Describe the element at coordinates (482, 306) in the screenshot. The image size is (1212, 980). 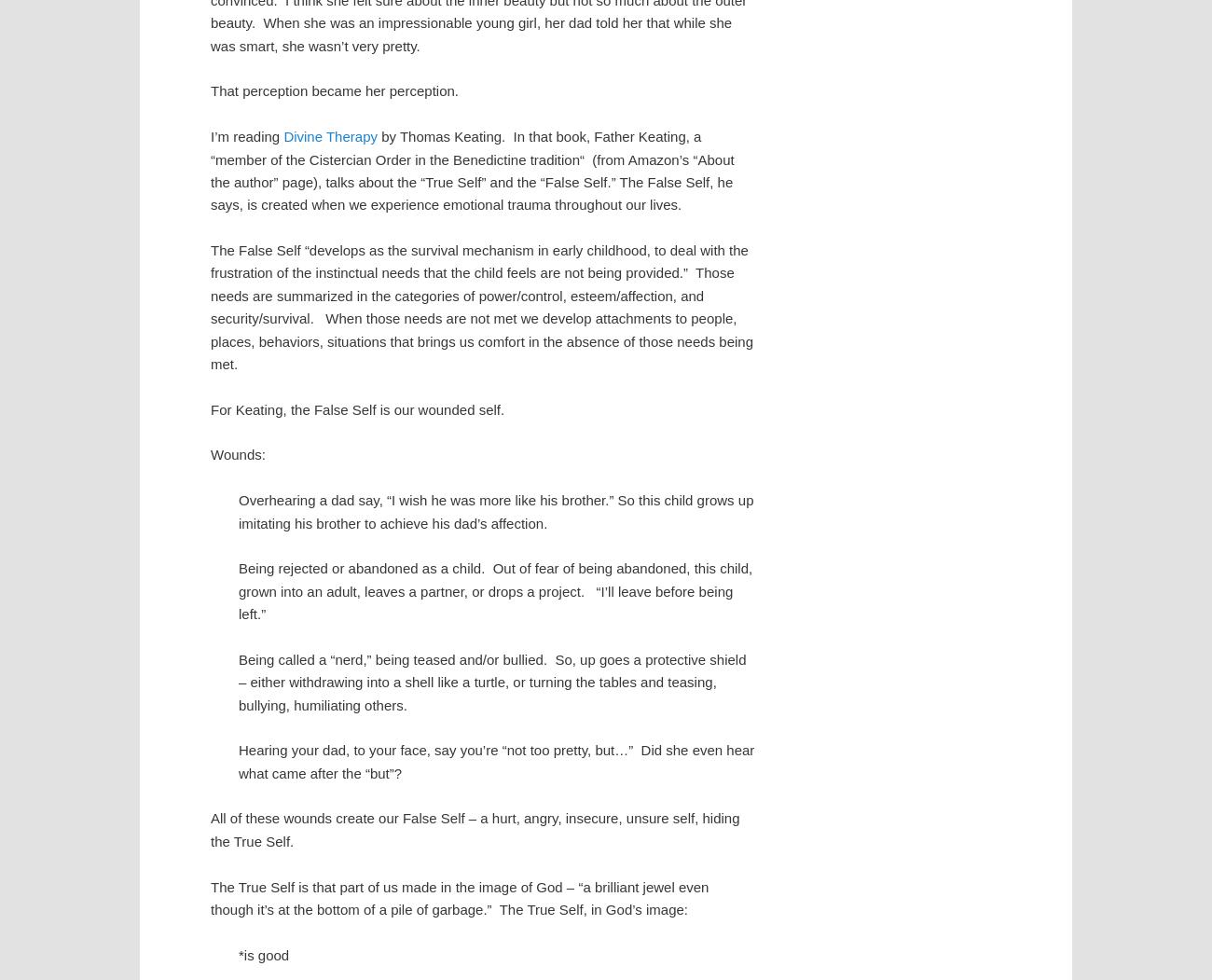
I see `'The False Self “develops as the survival mechanism in early childhood, to deal with the frustration of the instinctual needs that the child feels are not being provided.”  Those needs are summarized in the categories of power/control, esteem/affection, and security/survival.   When those needs are not met we develop attachments to people, places, behaviors, situations that brings us comfort in the absence of those needs being met.'` at that location.